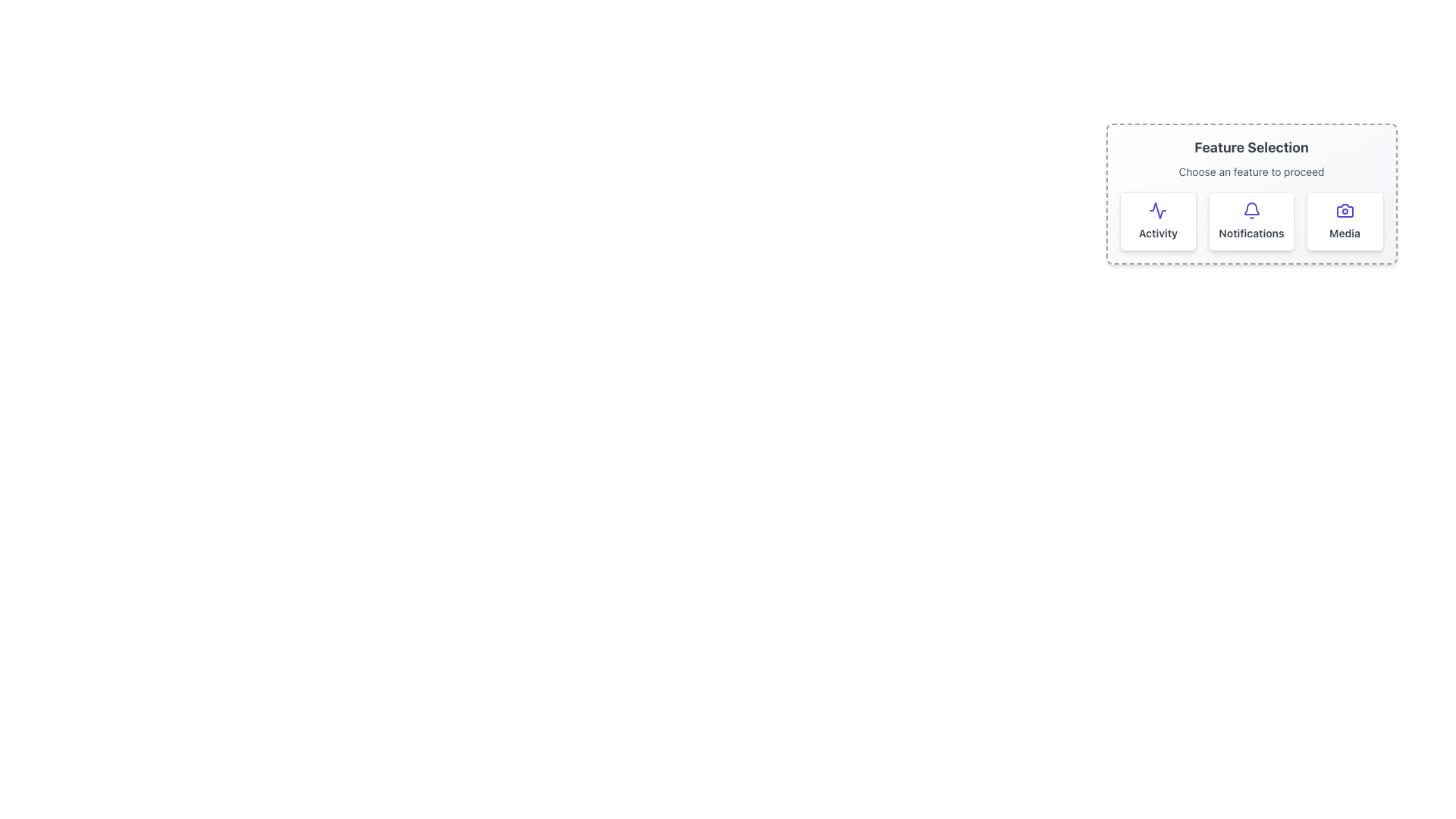 Image resolution: width=1456 pixels, height=819 pixels. What do you see at coordinates (1251, 171) in the screenshot?
I see `the static text element that provides instructions for the selection process, located beneath the heading 'Feature Selection' and above the buttons 'Activity', 'Notifications', and 'Media'` at bounding box center [1251, 171].